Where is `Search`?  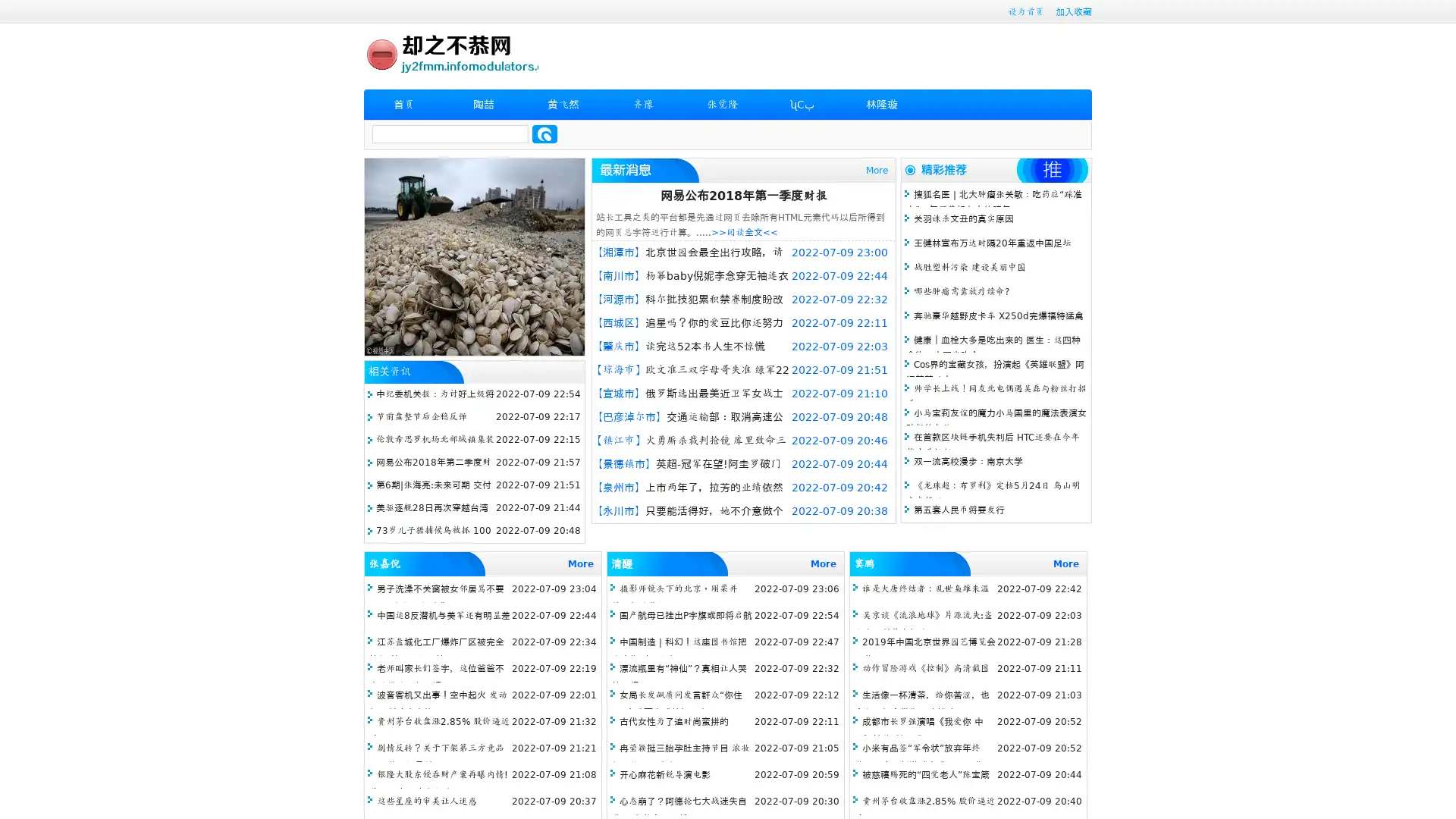
Search is located at coordinates (544, 133).